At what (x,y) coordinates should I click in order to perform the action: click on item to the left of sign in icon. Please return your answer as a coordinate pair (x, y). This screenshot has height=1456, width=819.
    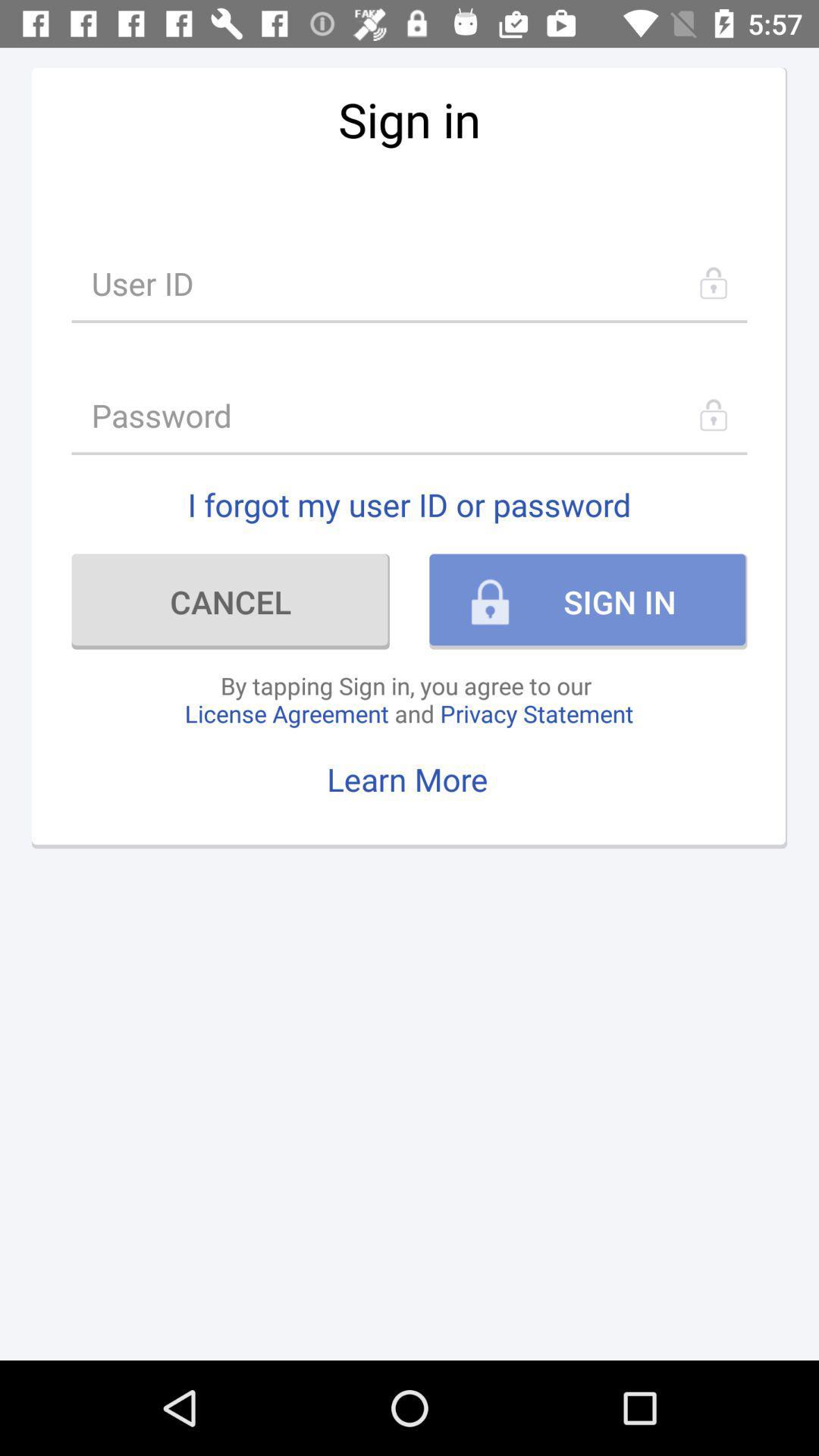
    Looking at the image, I should click on (231, 601).